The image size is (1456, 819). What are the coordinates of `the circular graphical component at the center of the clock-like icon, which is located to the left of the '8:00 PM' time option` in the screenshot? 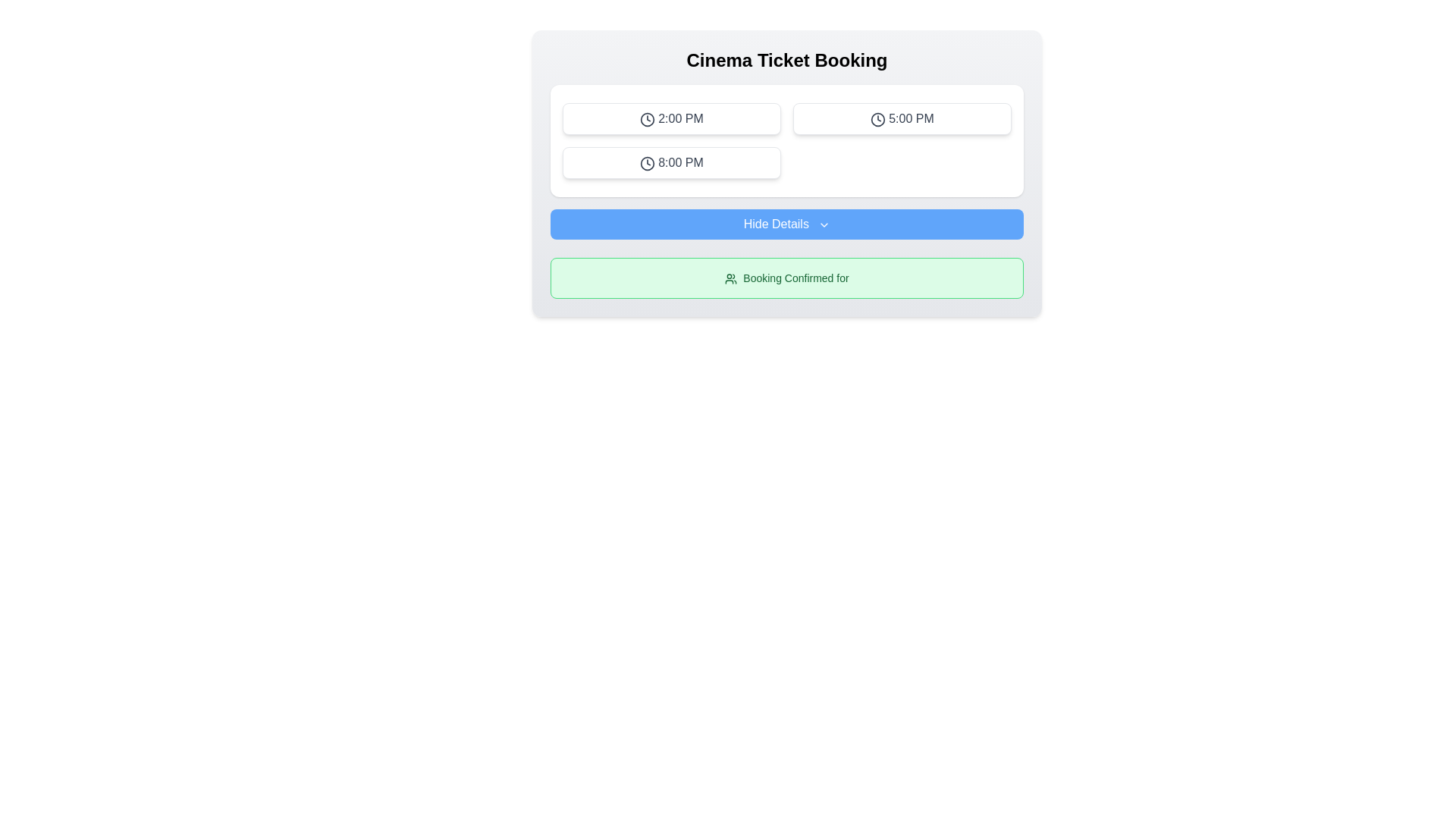 It's located at (648, 163).